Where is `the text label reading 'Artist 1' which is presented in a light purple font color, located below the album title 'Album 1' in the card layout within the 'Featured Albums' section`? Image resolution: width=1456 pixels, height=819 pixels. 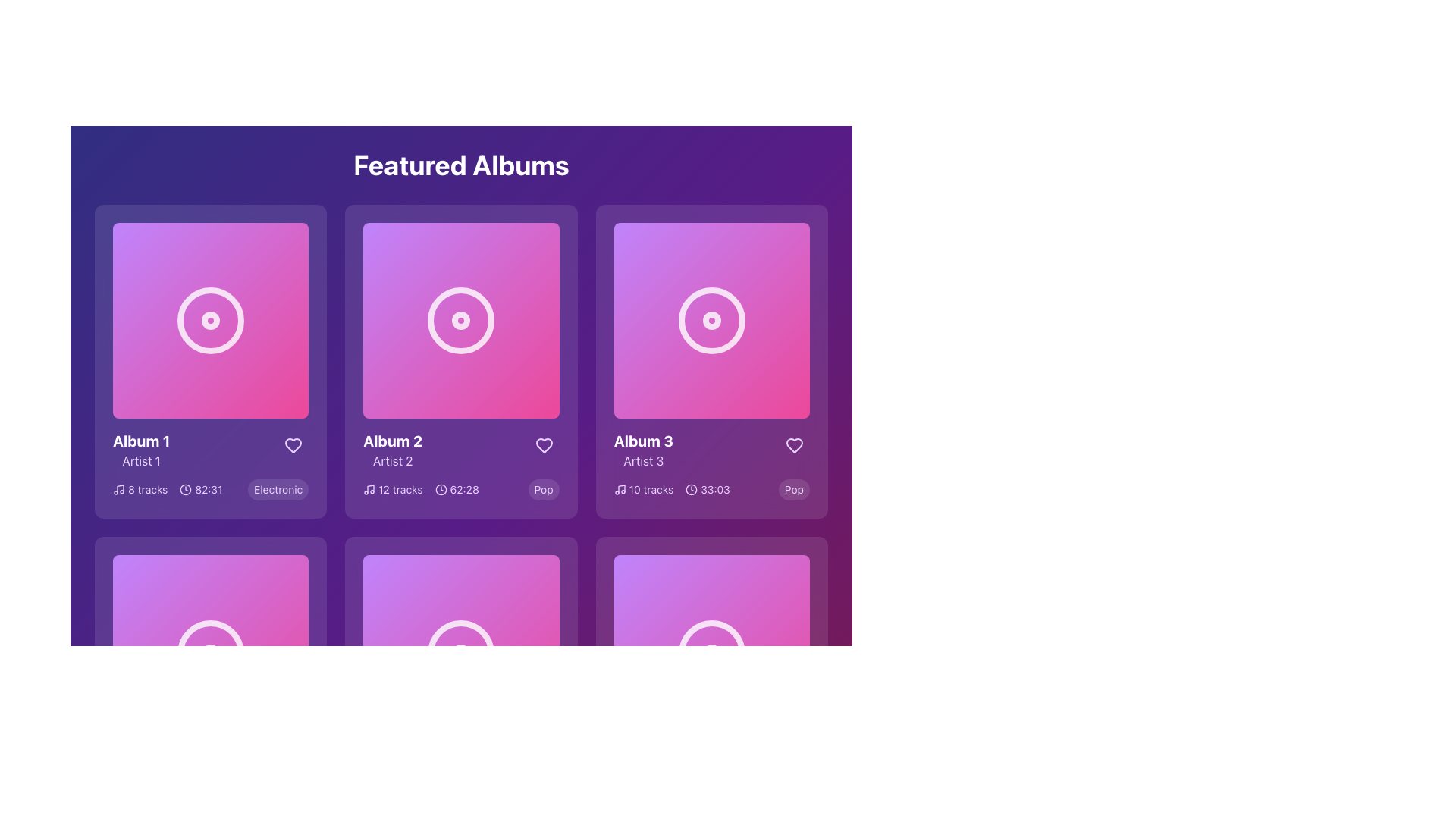 the text label reading 'Artist 1' which is presented in a light purple font color, located below the album title 'Album 1' in the card layout within the 'Featured Albums' section is located at coordinates (141, 460).